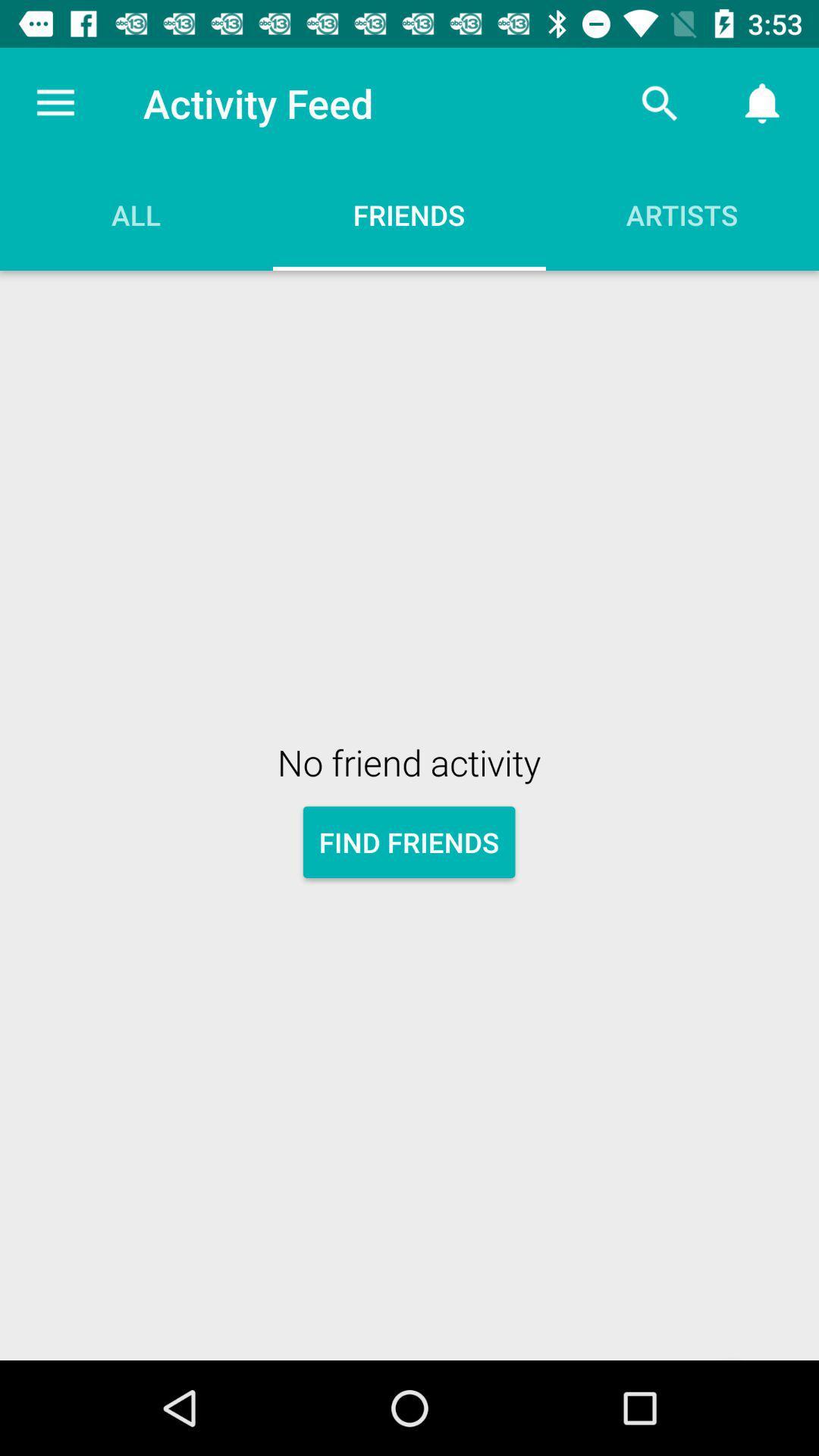 This screenshot has height=1456, width=819. Describe the element at coordinates (659, 102) in the screenshot. I see `icon next to the activity feed item` at that location.